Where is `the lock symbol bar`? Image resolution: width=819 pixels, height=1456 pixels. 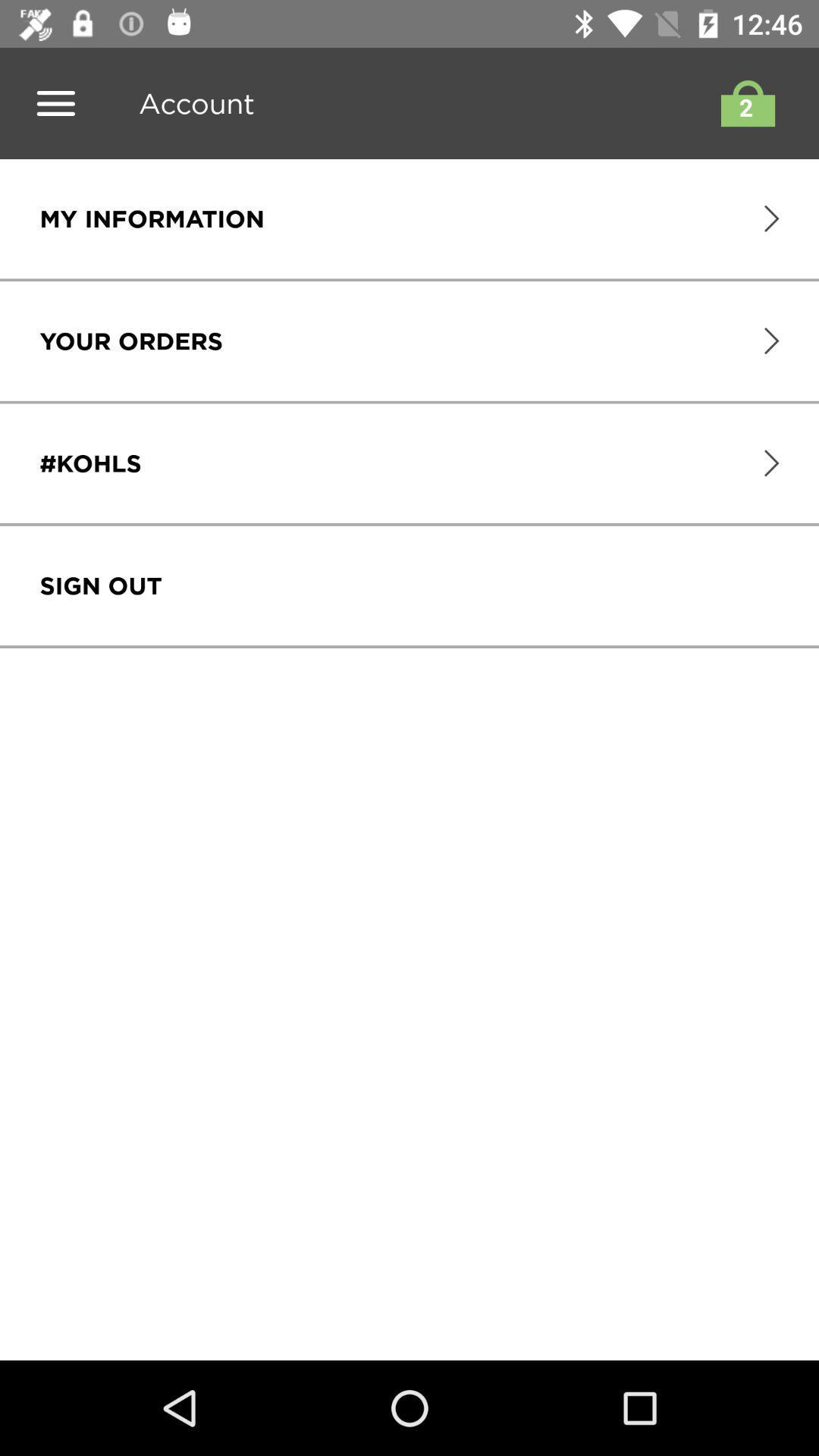 the lock symbol bar is located at coordinates (743, 102).